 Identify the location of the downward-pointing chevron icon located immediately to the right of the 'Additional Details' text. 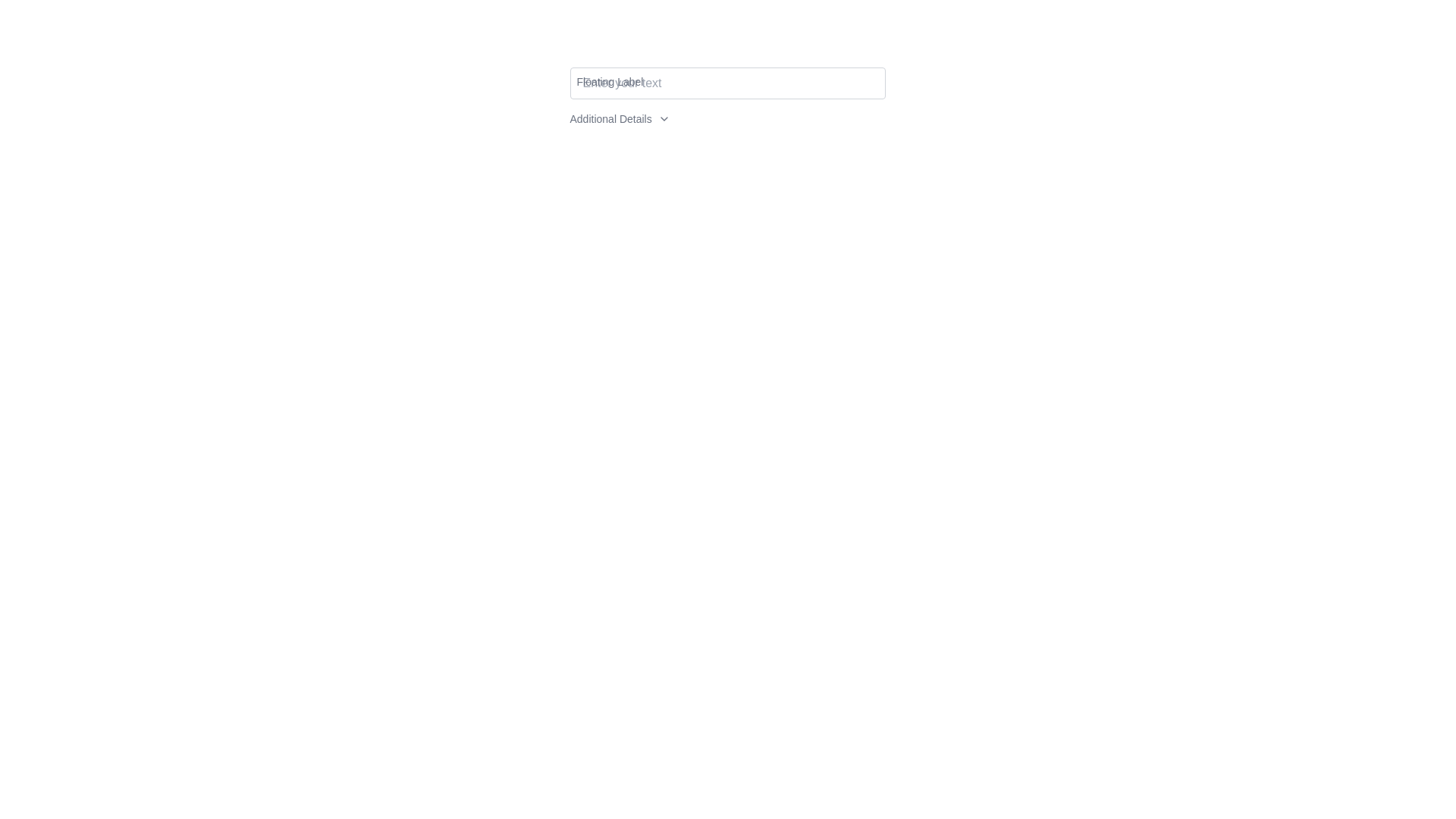
(664, 118).